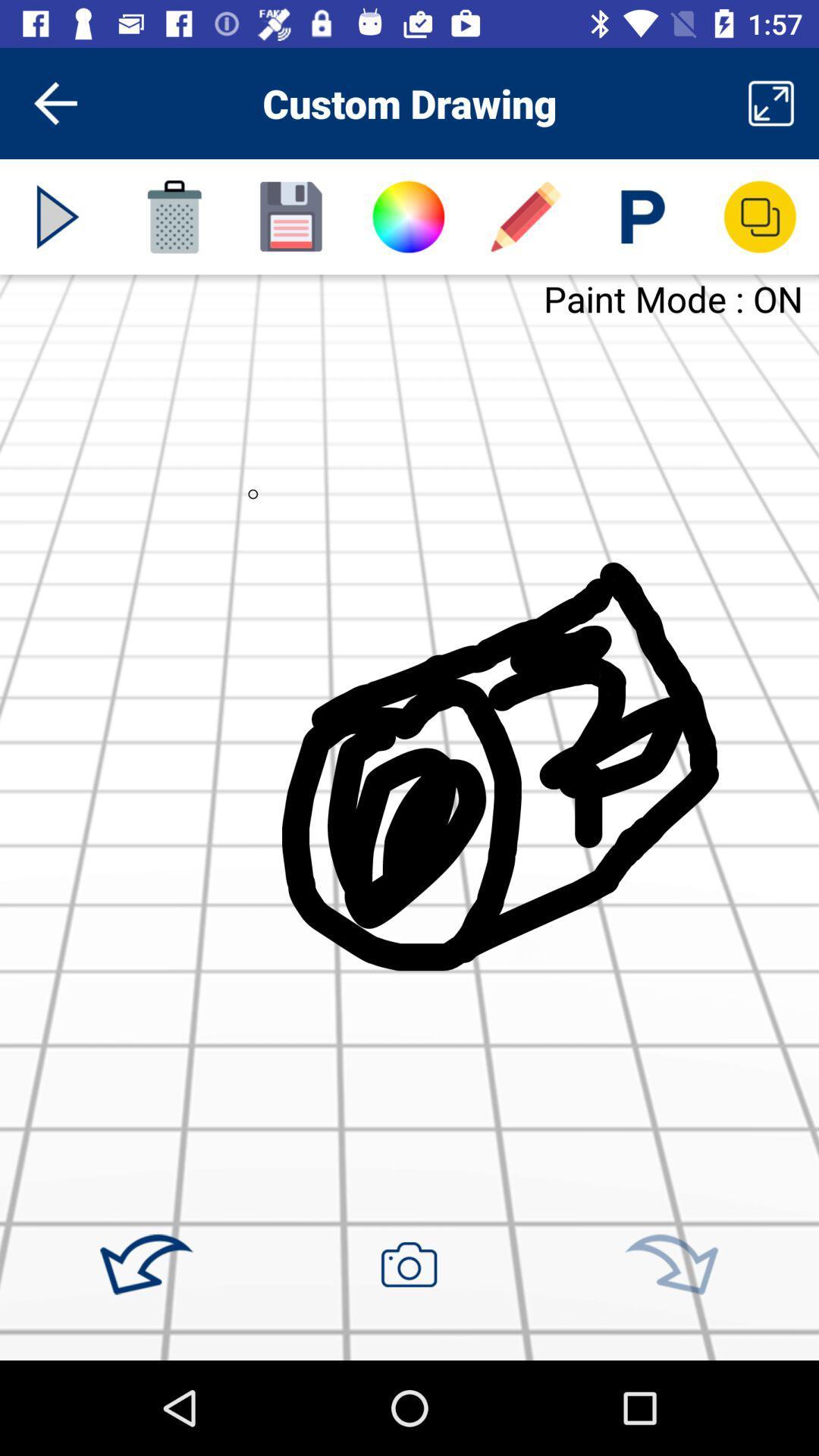 This screenshot has height=1456, width=819. I want to click on the save icon, so click(291, 216).